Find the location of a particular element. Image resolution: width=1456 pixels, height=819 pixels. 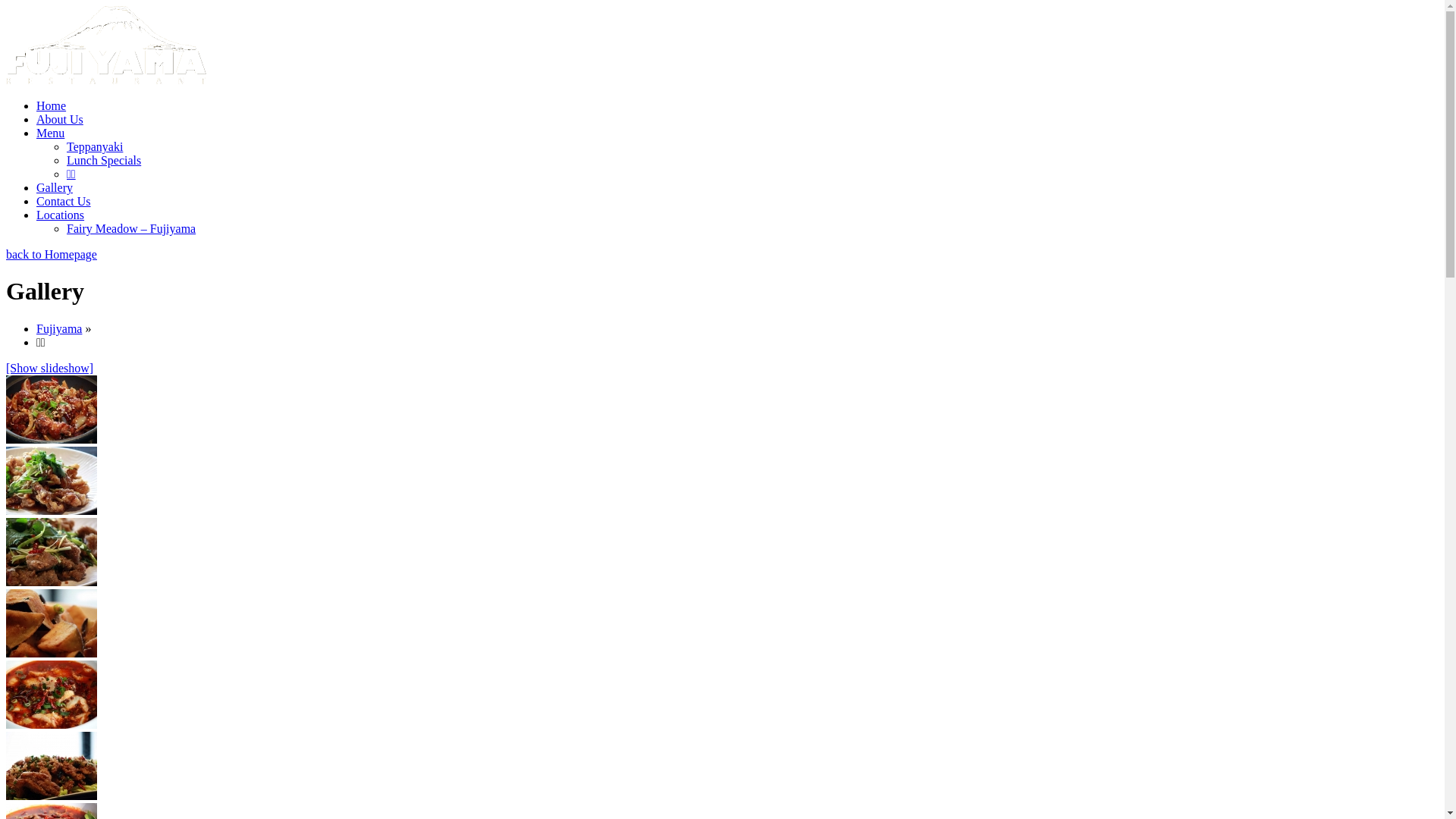

'Home' is located at coordinates (51, 105).